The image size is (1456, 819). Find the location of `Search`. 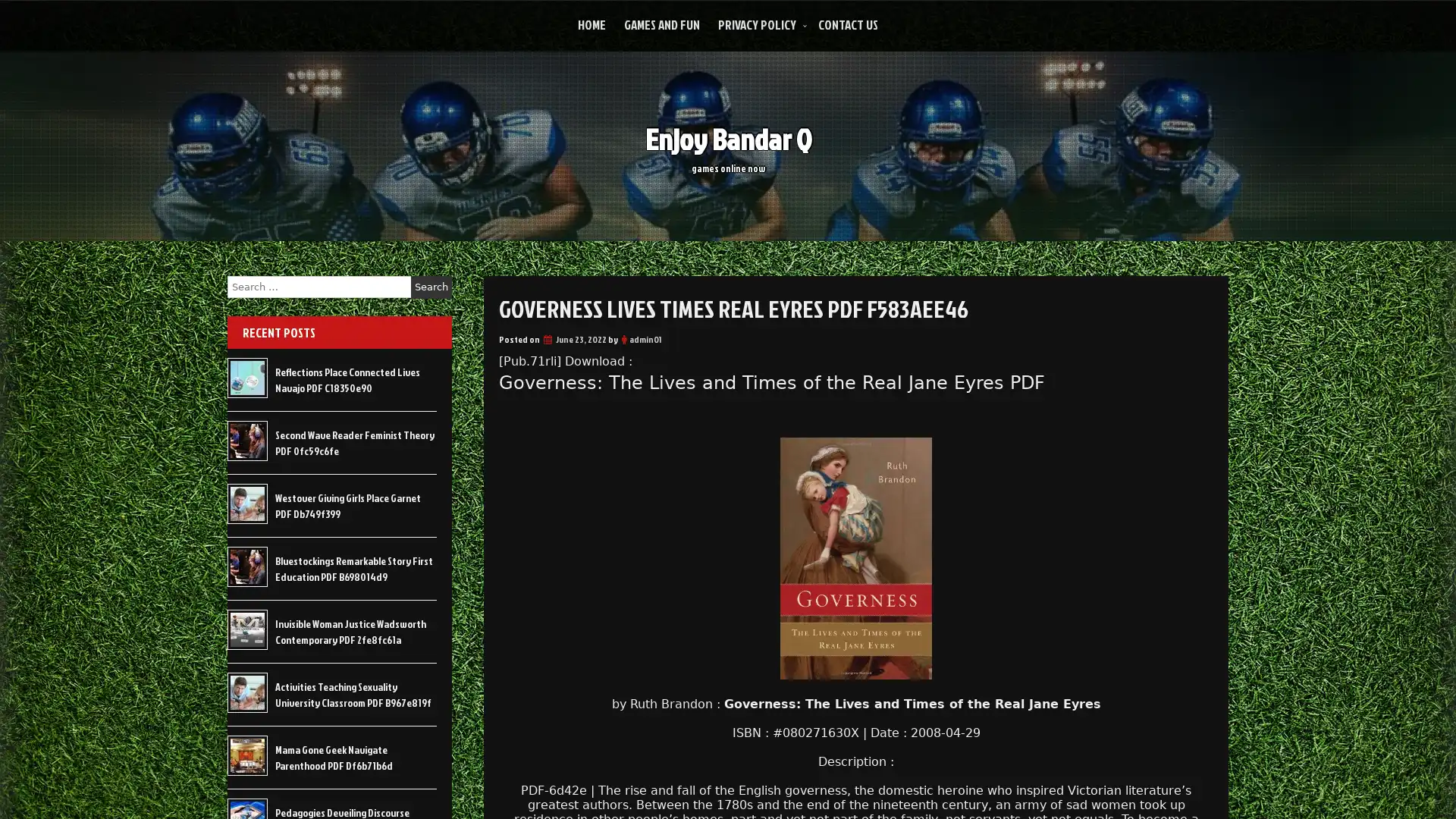

Search is located at coordinates (431, 287).